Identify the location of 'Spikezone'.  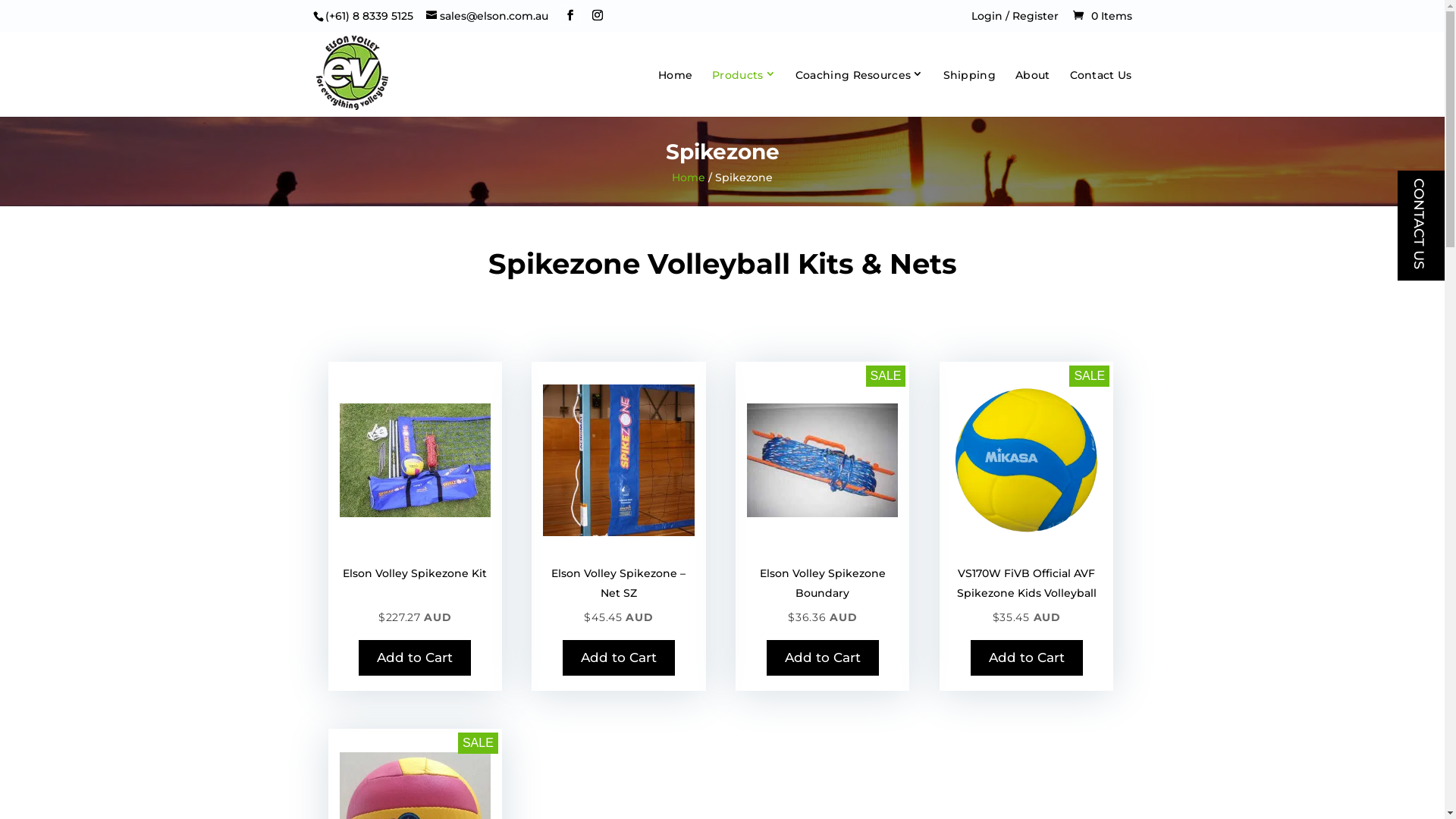
(1026, 459).